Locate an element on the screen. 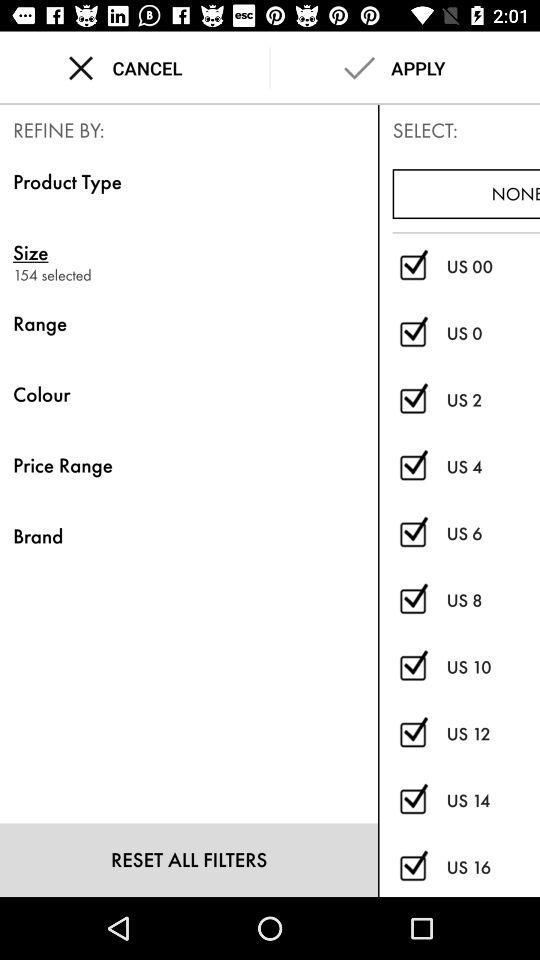  us 4 checkbox is located at coordinates (412, 467).